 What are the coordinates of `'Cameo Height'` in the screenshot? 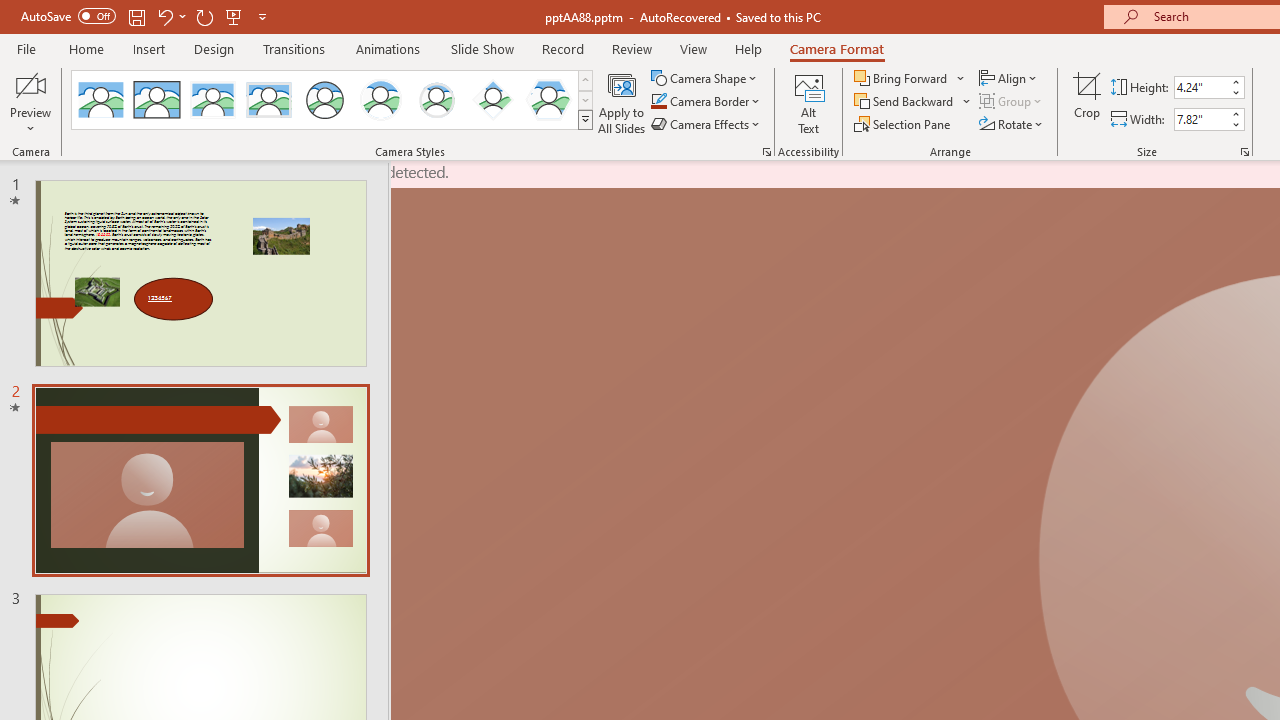 It's located at (1200, 86).